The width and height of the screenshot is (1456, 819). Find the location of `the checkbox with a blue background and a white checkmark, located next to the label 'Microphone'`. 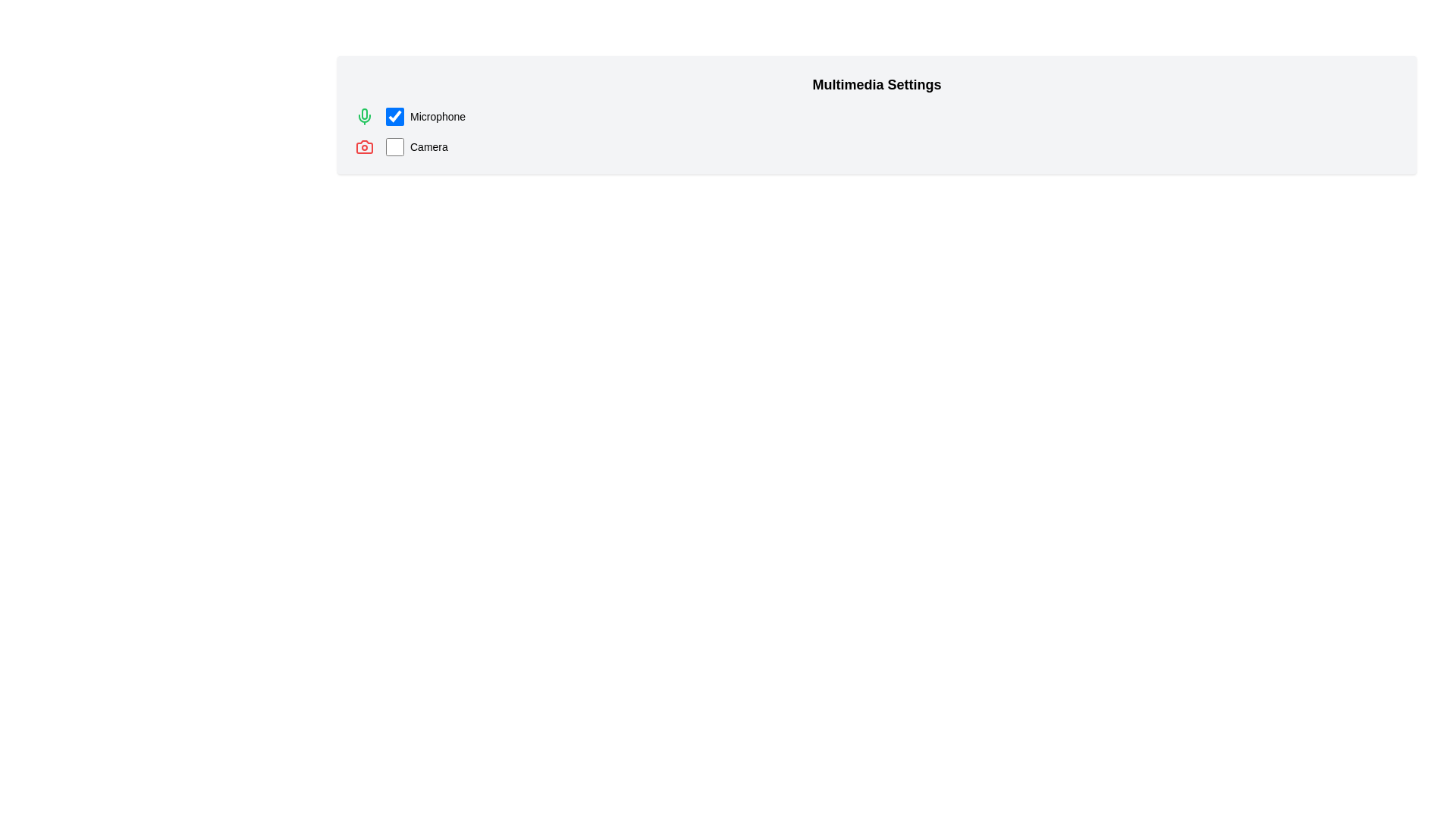

the checkbox with a blue background and a white checkmark, located next to the label 'Microphone' is located at coordinates (395, 116).